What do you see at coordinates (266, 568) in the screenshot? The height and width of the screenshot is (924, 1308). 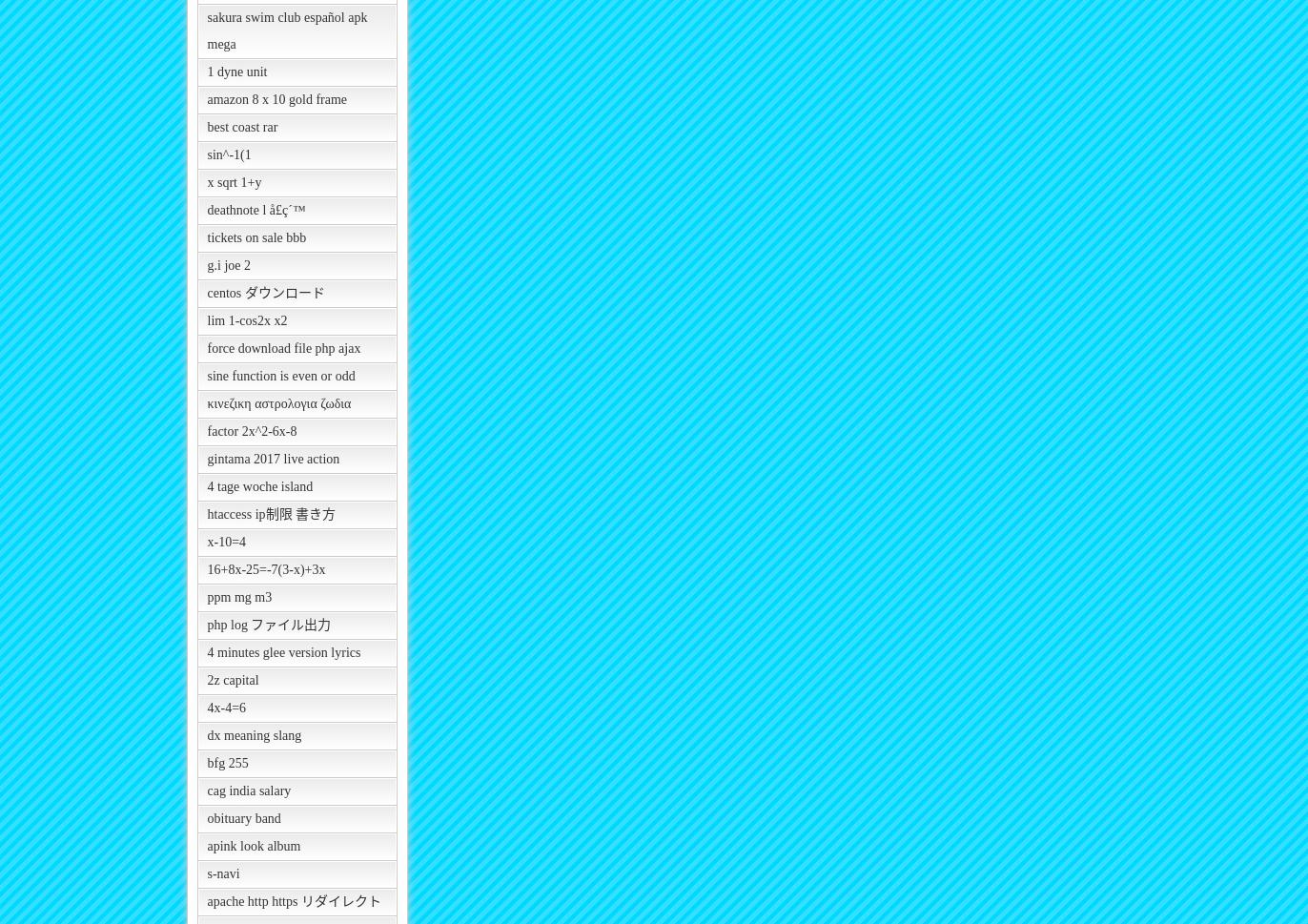 I see `'16+8x-25=-7(3-x)+3x'` at bounding box center [266, 568].